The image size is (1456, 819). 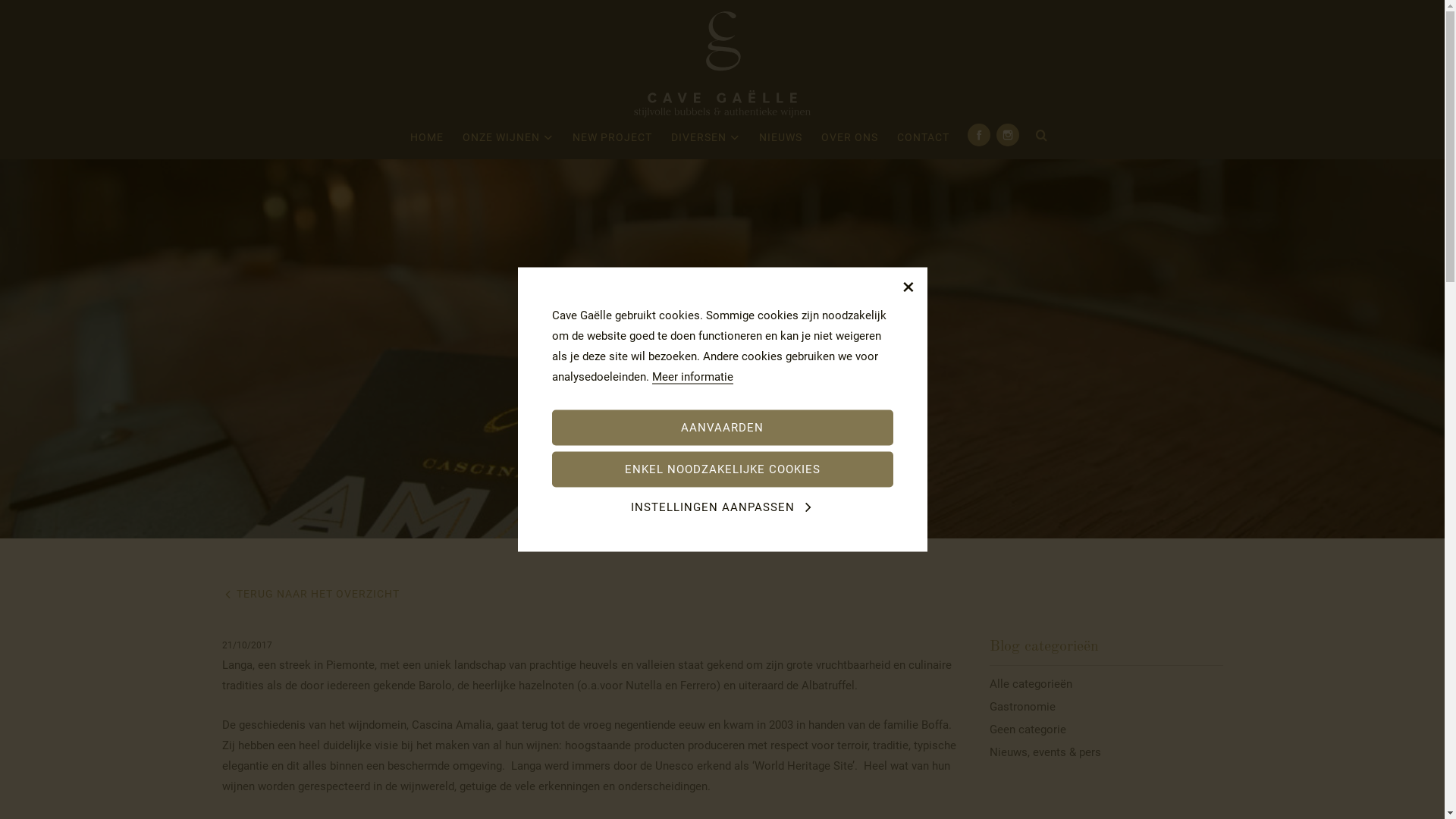 I want to click on 'Meer informatie', so click(x=651, y=376).